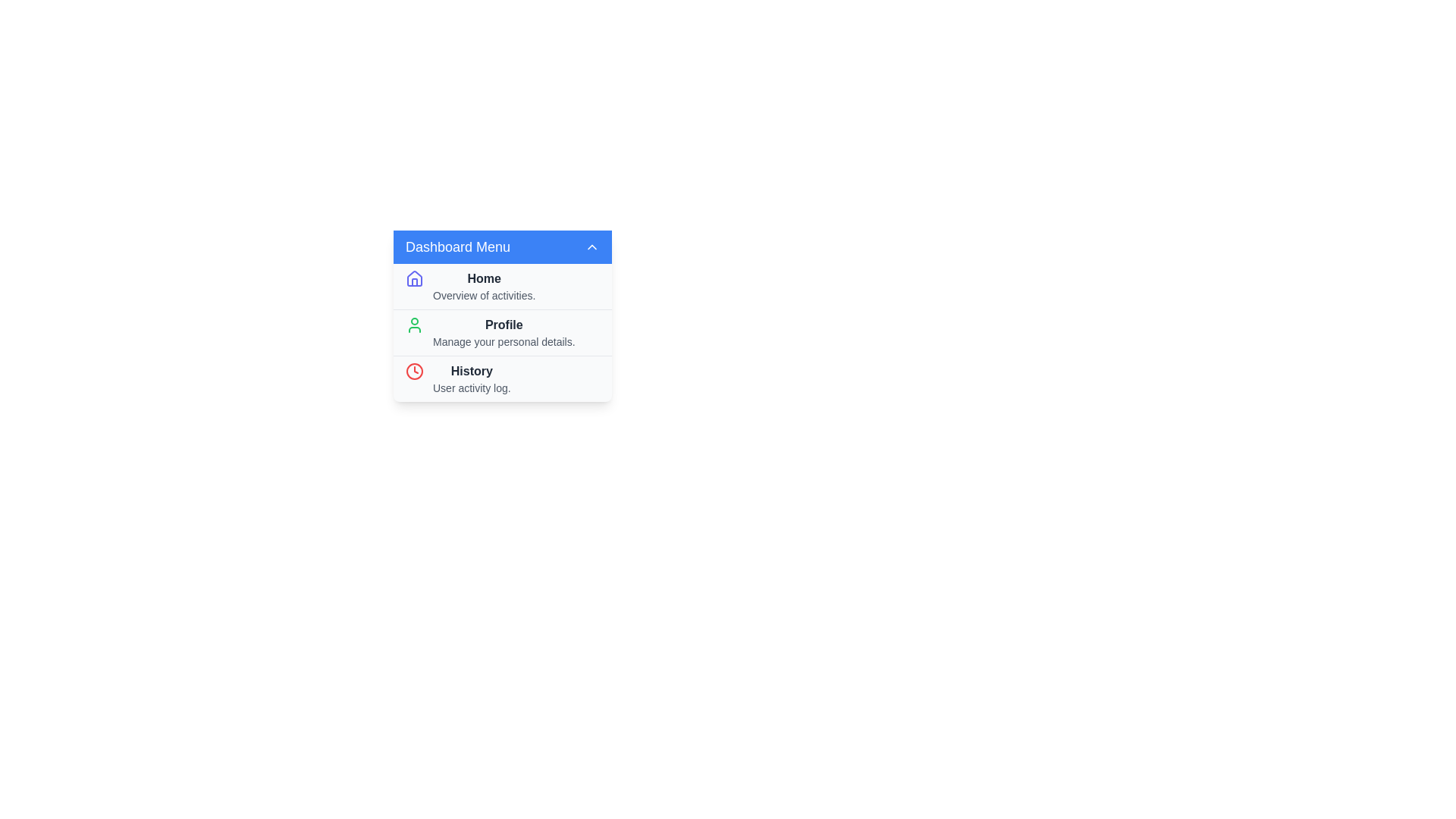 The width and height of the screenshot is (1456, 819). I want to click on the 'Home' button in the Dashboard Menu which features a blue house icon and two text lines, with the first line in bold stating 'Home' and the second line in smaller gray font stating 'Overview of activities', so click(502, 287).